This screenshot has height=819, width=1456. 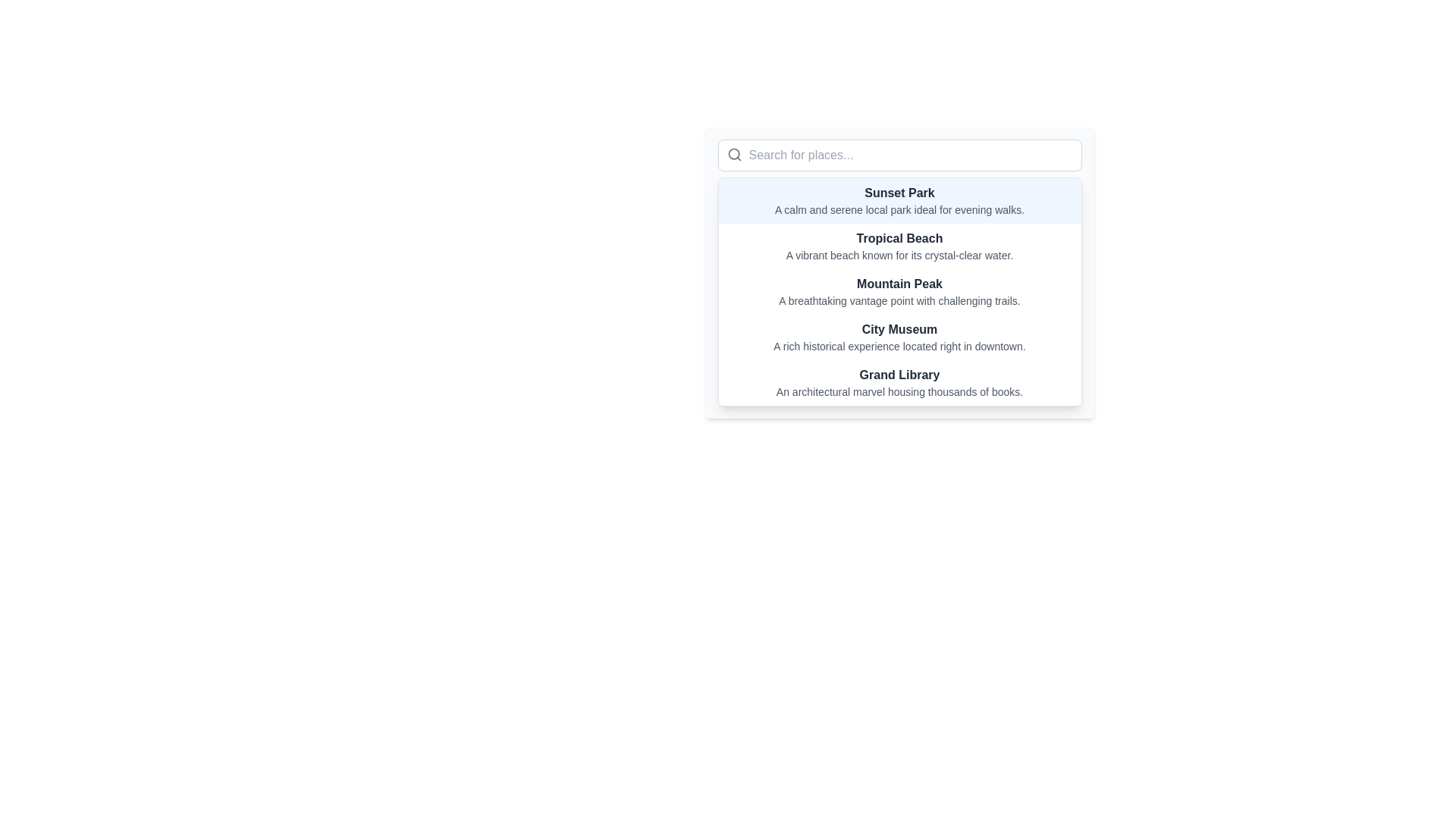 What do you see at coordinates (899, 329) in the screenshot?
I see `text label displaying 'City Museum' which is styled in bold dark gray and positioned as the first option in a vertically stacked list` at bounding box center [899, 329].